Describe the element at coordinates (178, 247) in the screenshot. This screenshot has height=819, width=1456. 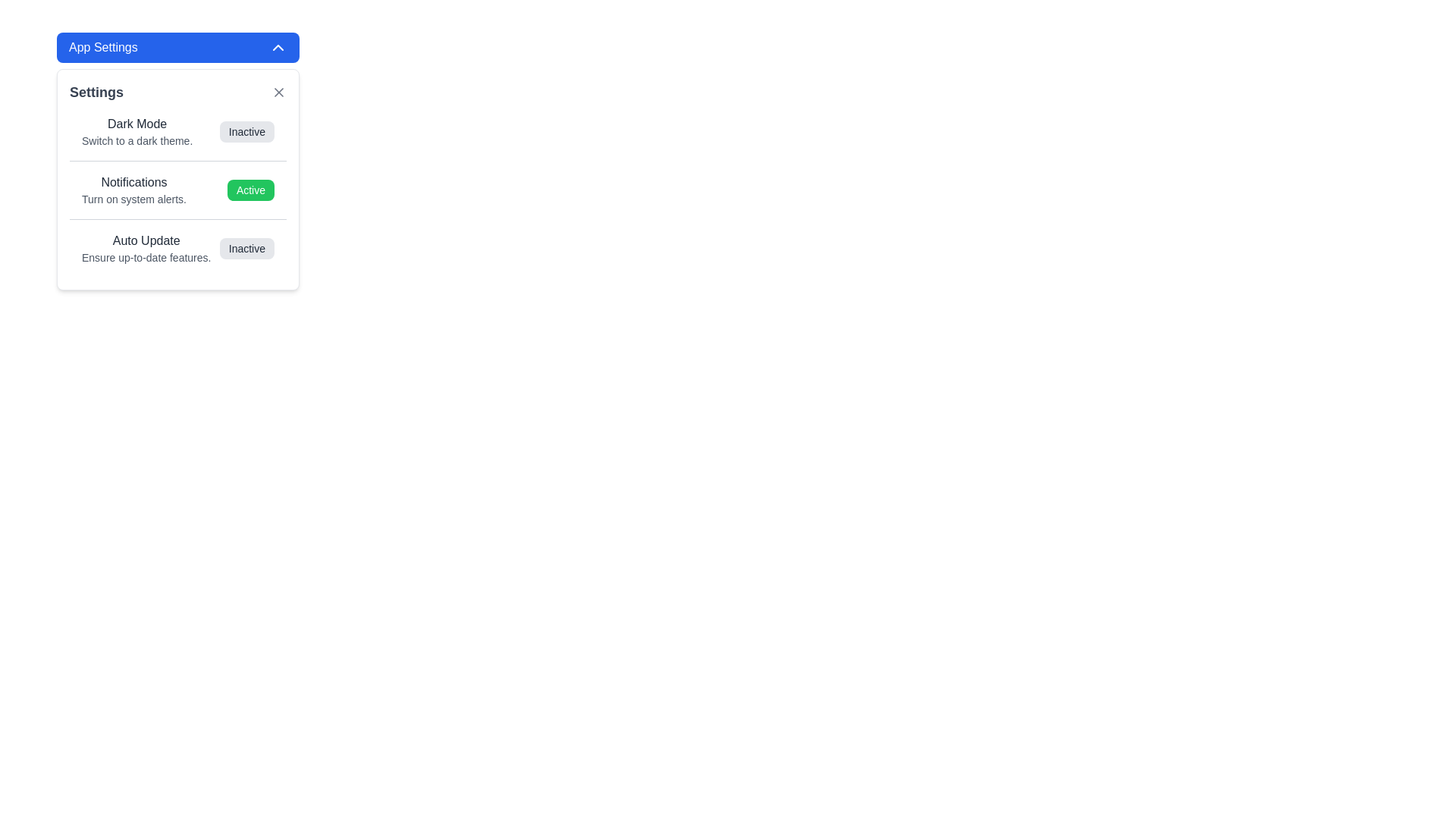
I see `the 'Inactive' button in the settings menu` at that location.